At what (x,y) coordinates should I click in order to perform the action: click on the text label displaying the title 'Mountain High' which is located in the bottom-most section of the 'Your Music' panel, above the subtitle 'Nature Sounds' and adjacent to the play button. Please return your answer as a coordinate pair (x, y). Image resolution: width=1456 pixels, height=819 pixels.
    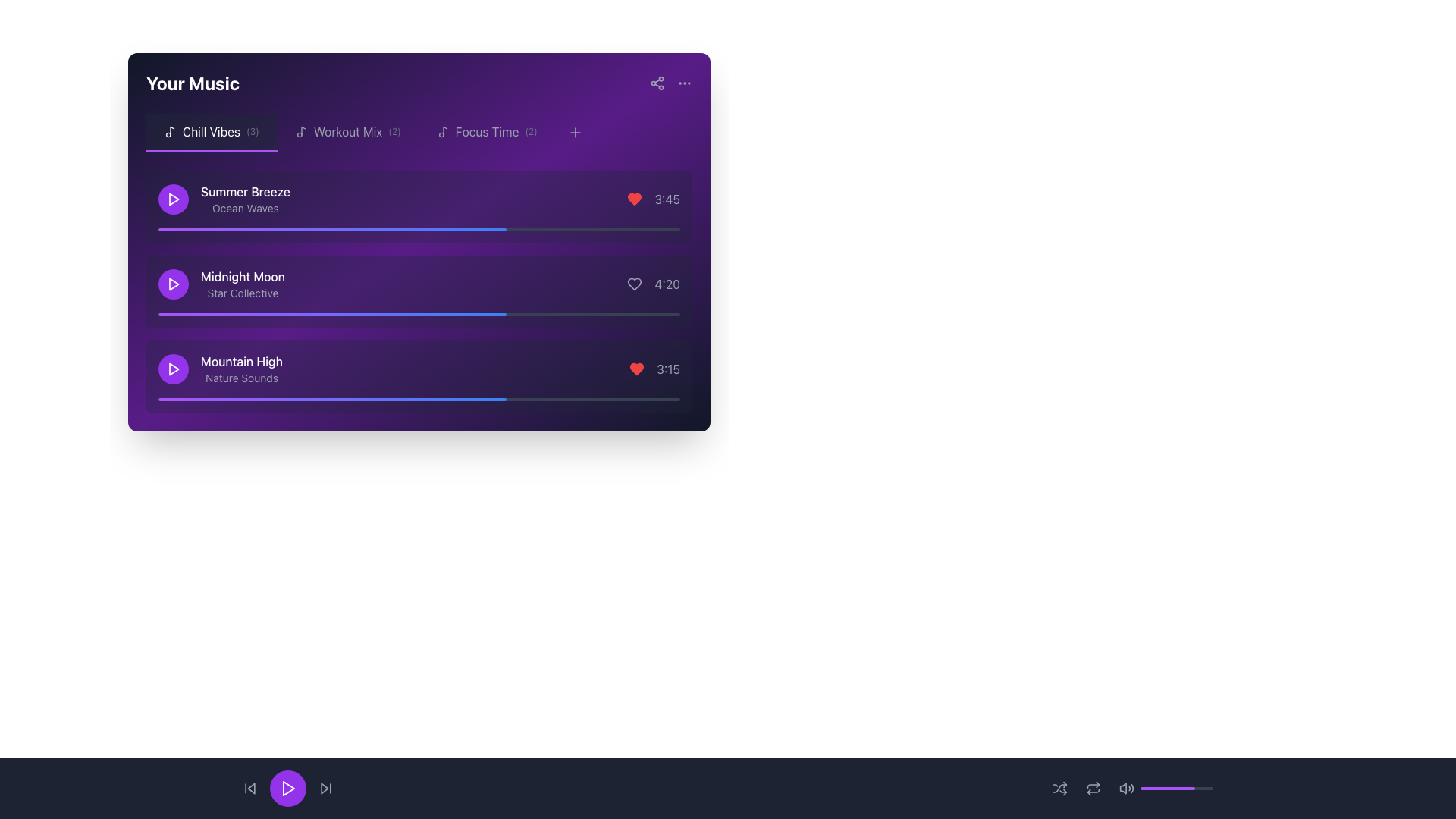
    Looking at the image, I should click on (240, 362).